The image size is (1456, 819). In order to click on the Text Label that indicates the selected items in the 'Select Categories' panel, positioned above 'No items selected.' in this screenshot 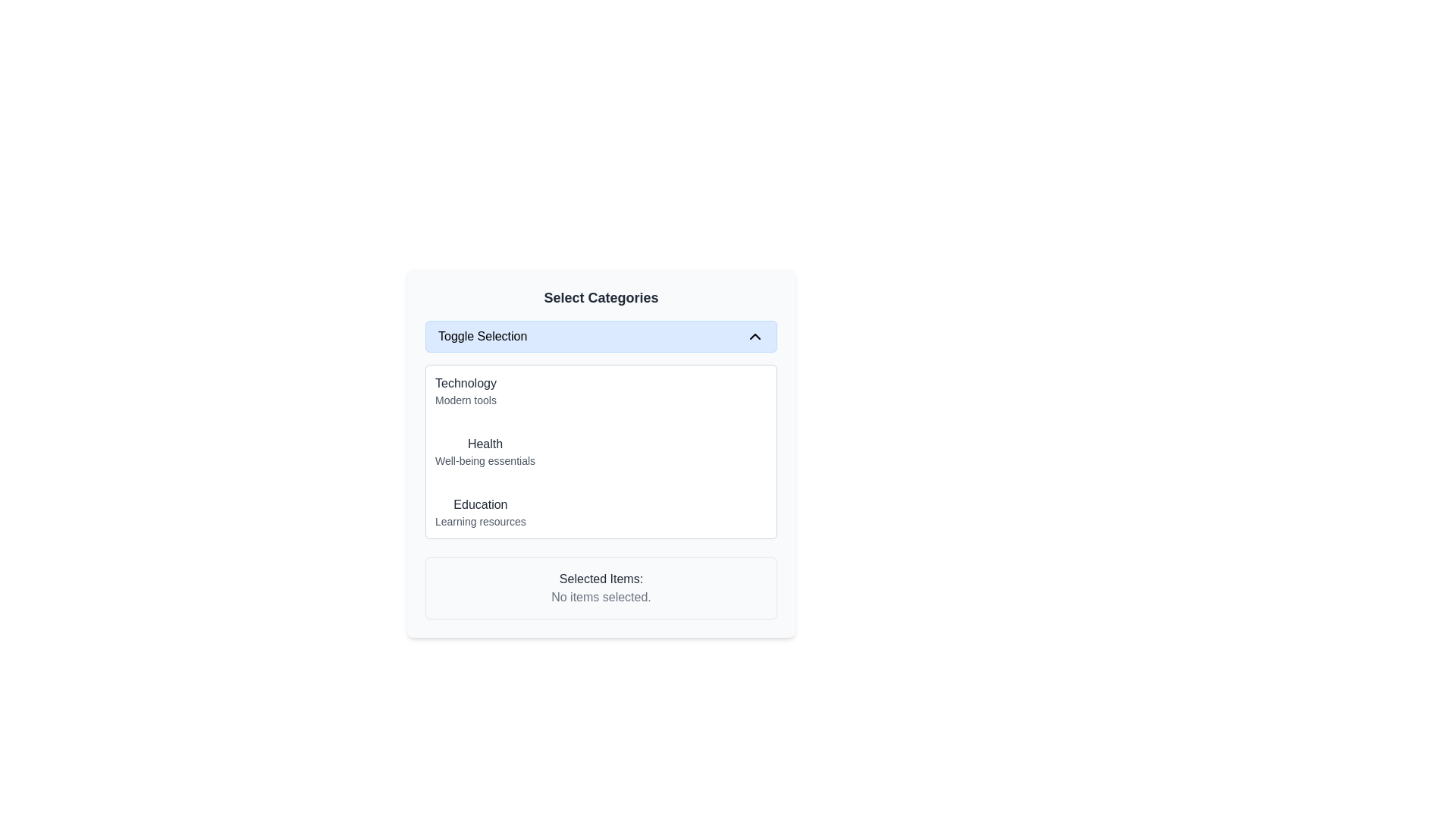, I will do `click(600, 579)`.